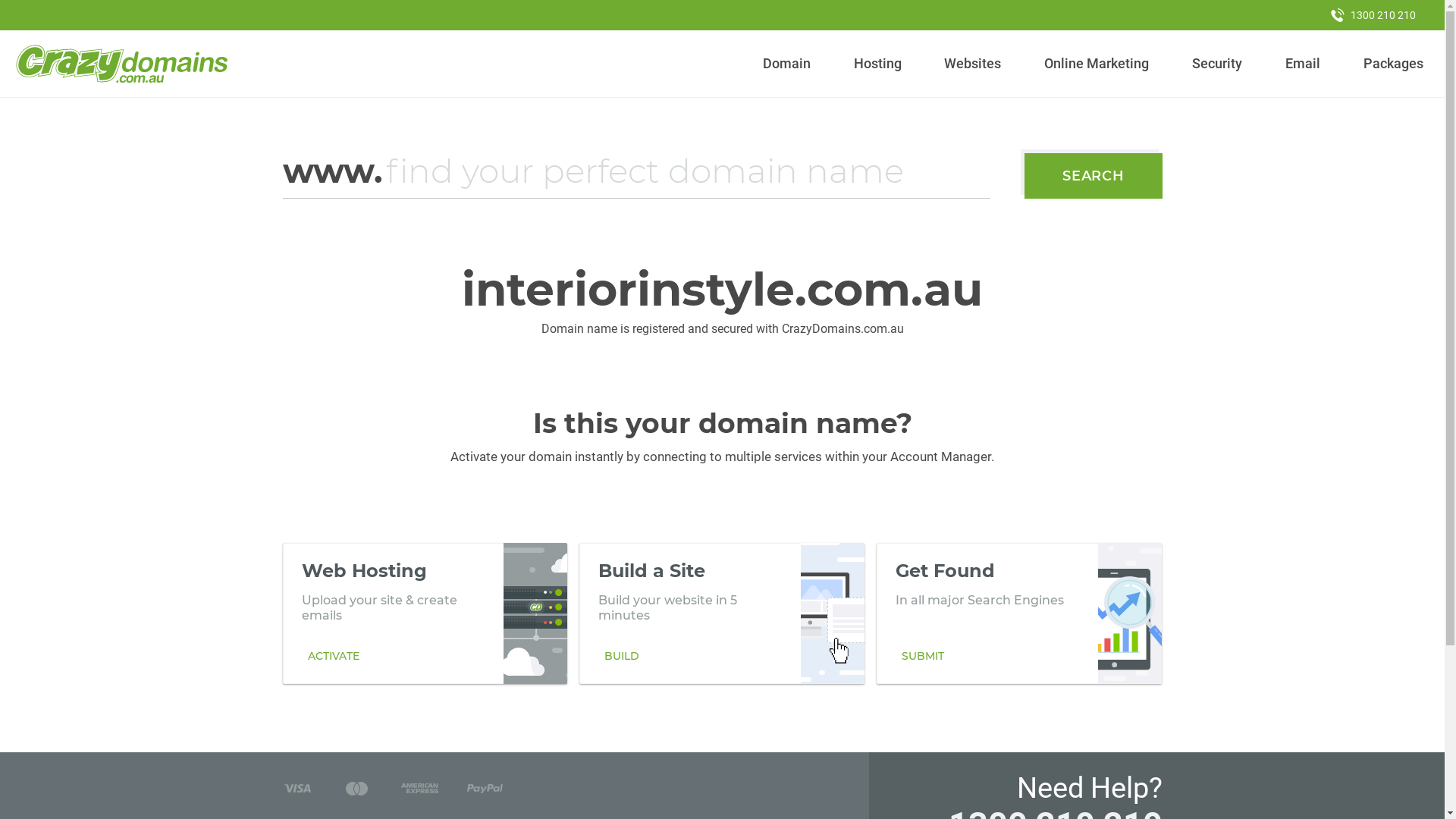 The width and height of the screenshot is (1456, 819). I want to click on 'Packages', so click(1393, 63).